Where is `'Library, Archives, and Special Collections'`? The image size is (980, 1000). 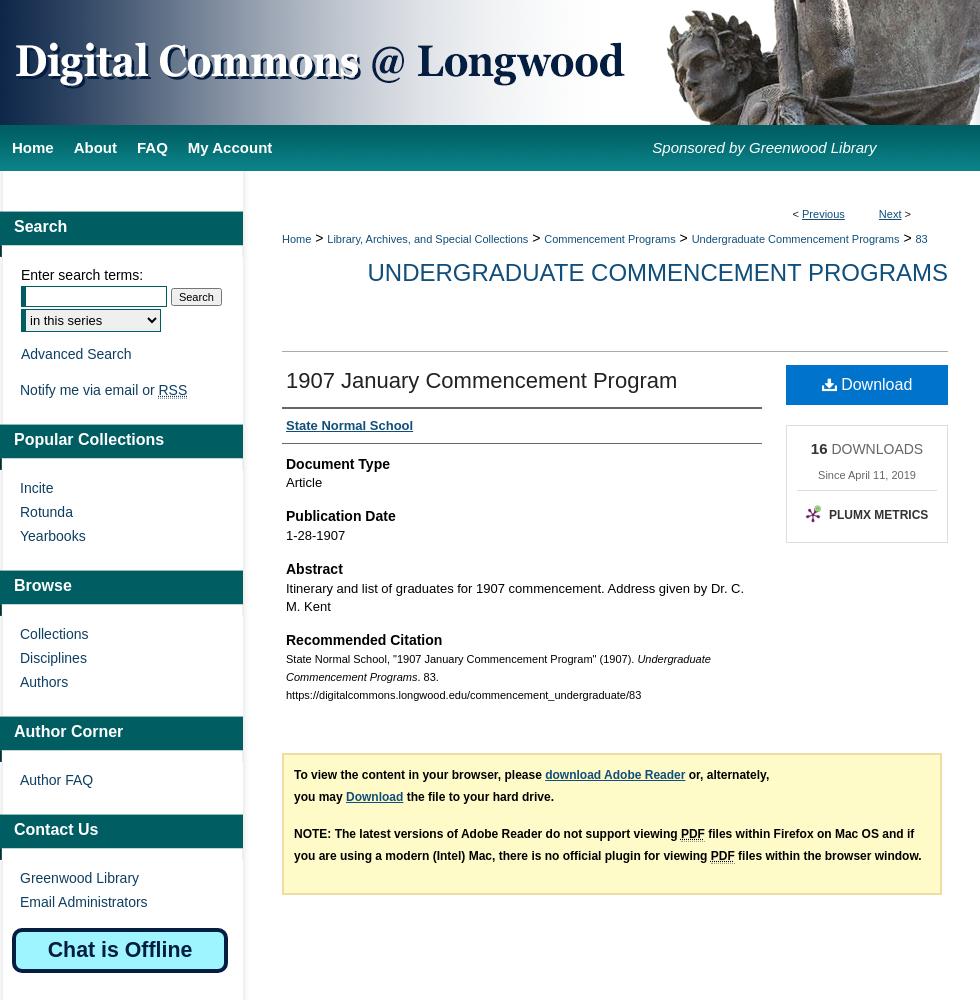
'Library, Archives, and Special Collections' is located at coordinates (427, 238).